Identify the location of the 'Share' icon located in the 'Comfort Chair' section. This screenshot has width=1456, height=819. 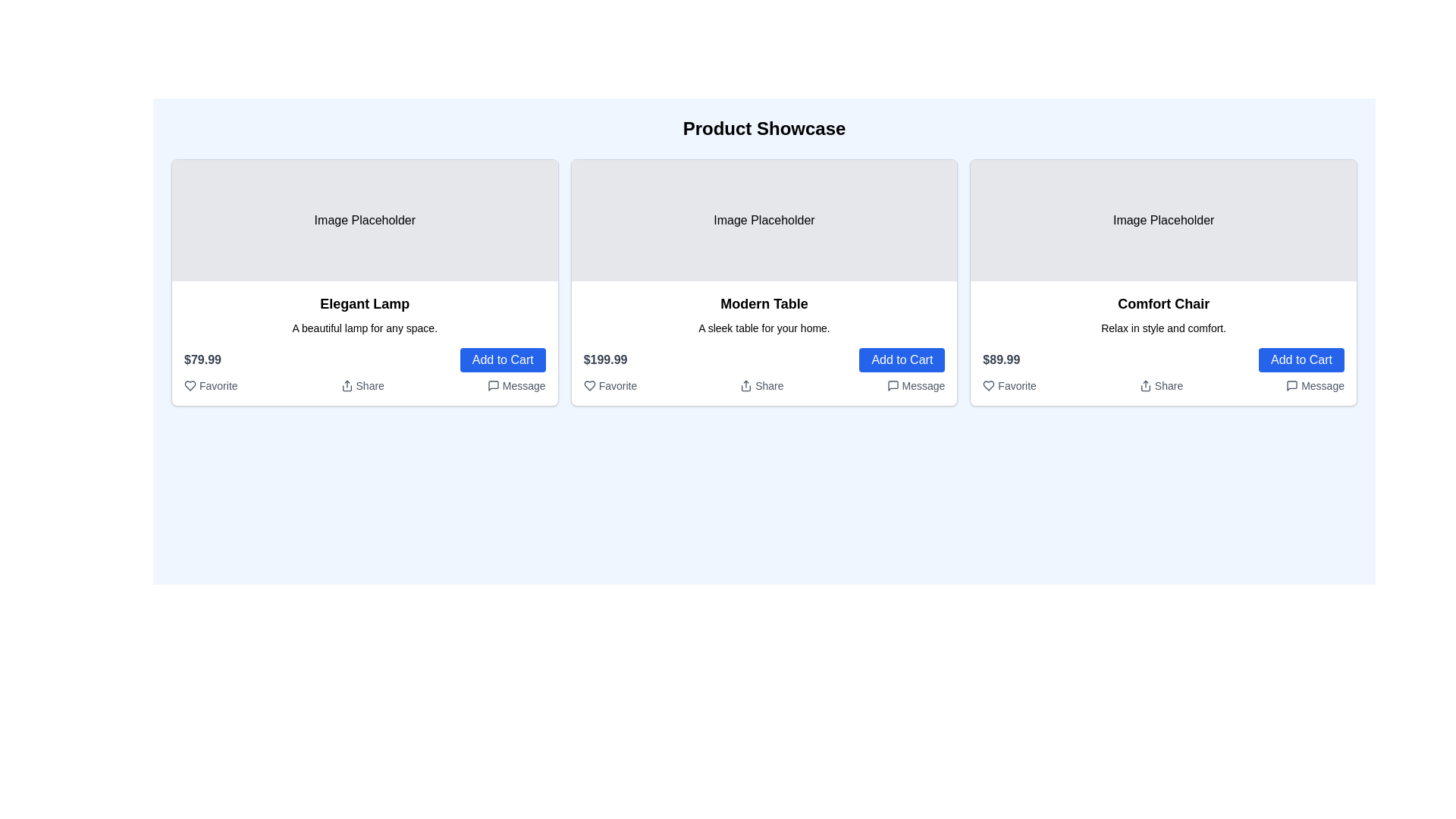
(1163, 385).